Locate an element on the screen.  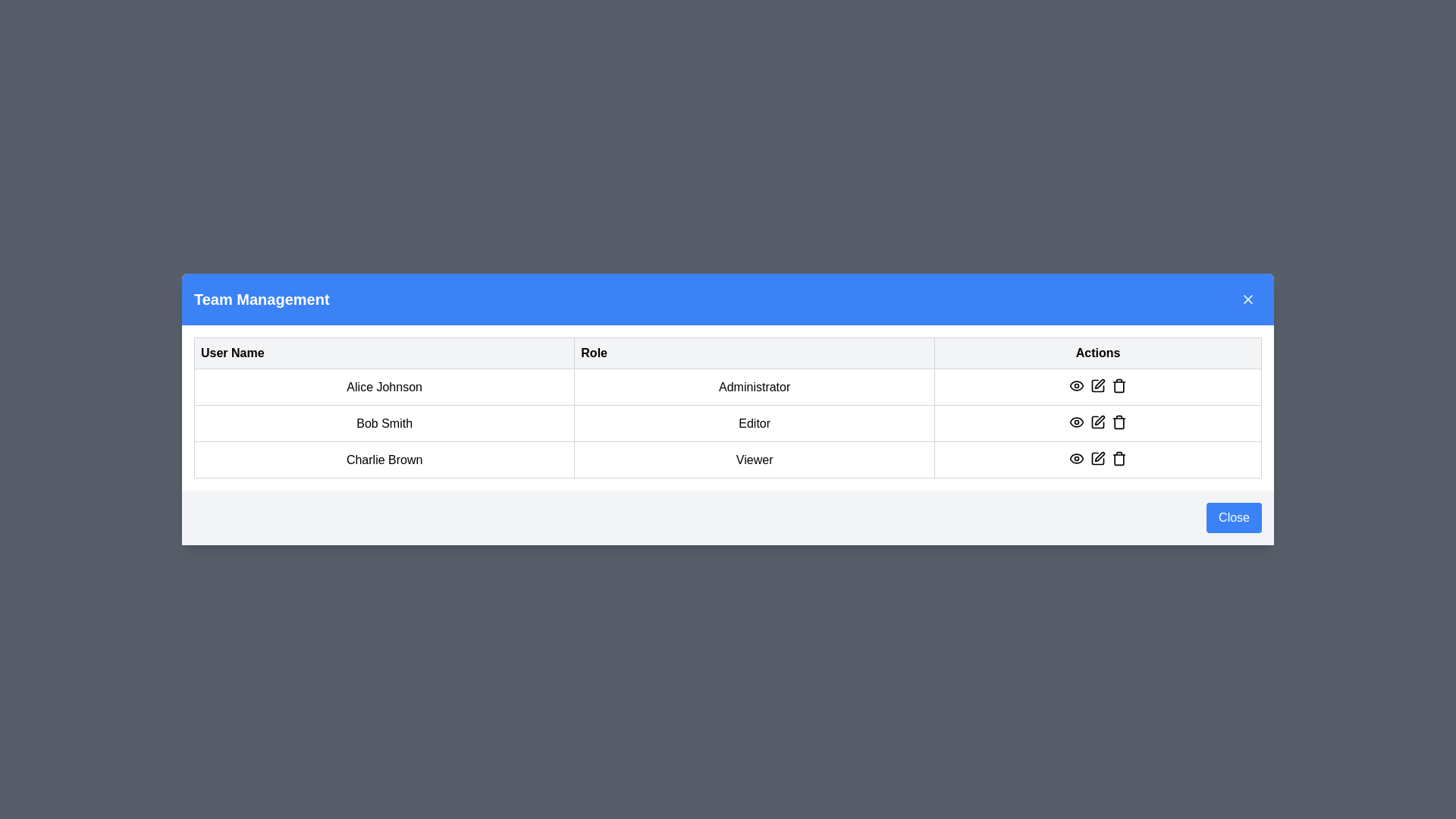
the trash can icon in the 'Actions' column of the second row of the table is located at coordinates (1119, 385).